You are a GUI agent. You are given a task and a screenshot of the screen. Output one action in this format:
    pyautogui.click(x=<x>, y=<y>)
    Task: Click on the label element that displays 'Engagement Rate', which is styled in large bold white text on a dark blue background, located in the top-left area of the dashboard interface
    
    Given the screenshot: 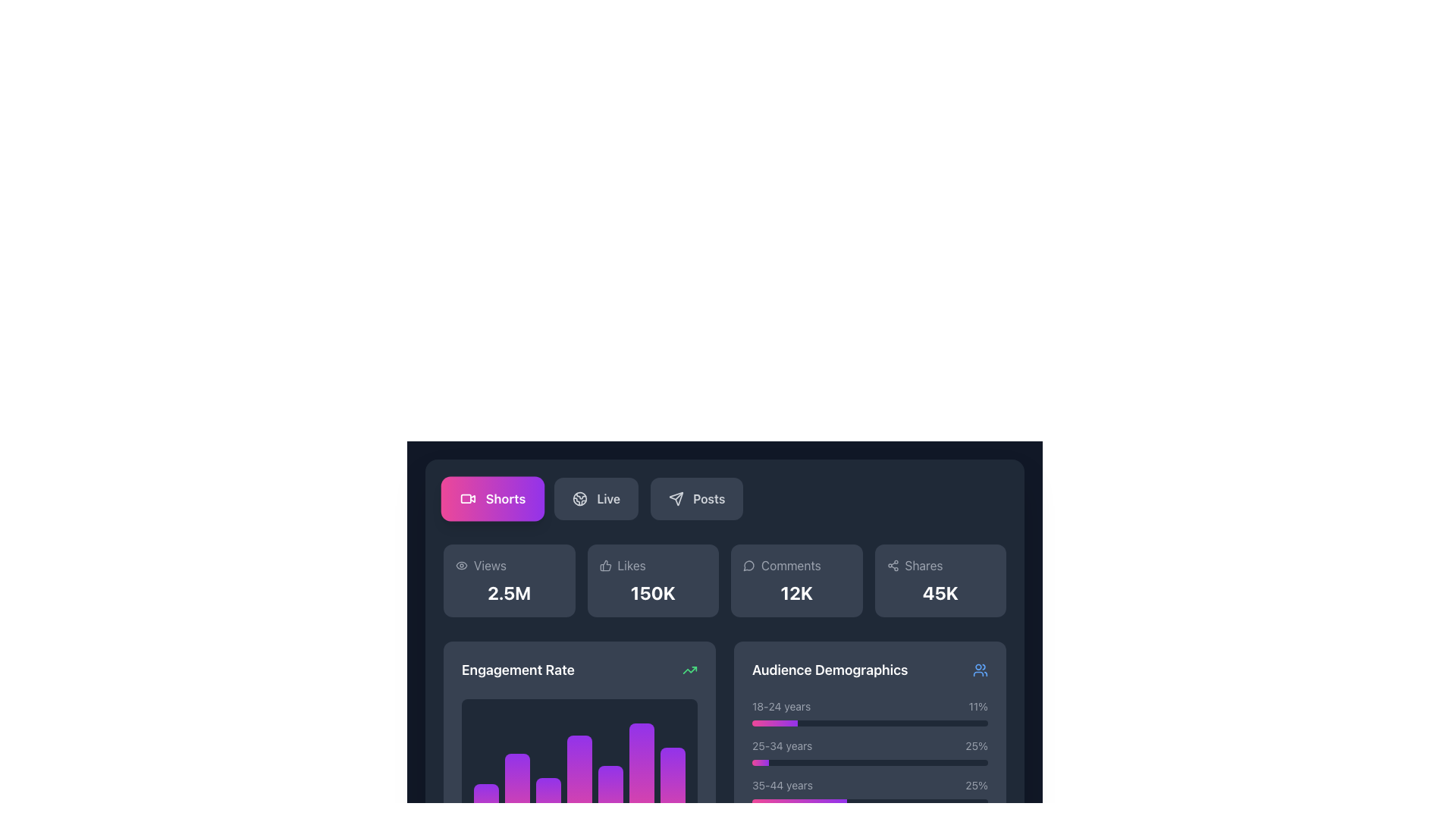 What is the action you would take?
    pyautogui.click(x=518, y=669)
    